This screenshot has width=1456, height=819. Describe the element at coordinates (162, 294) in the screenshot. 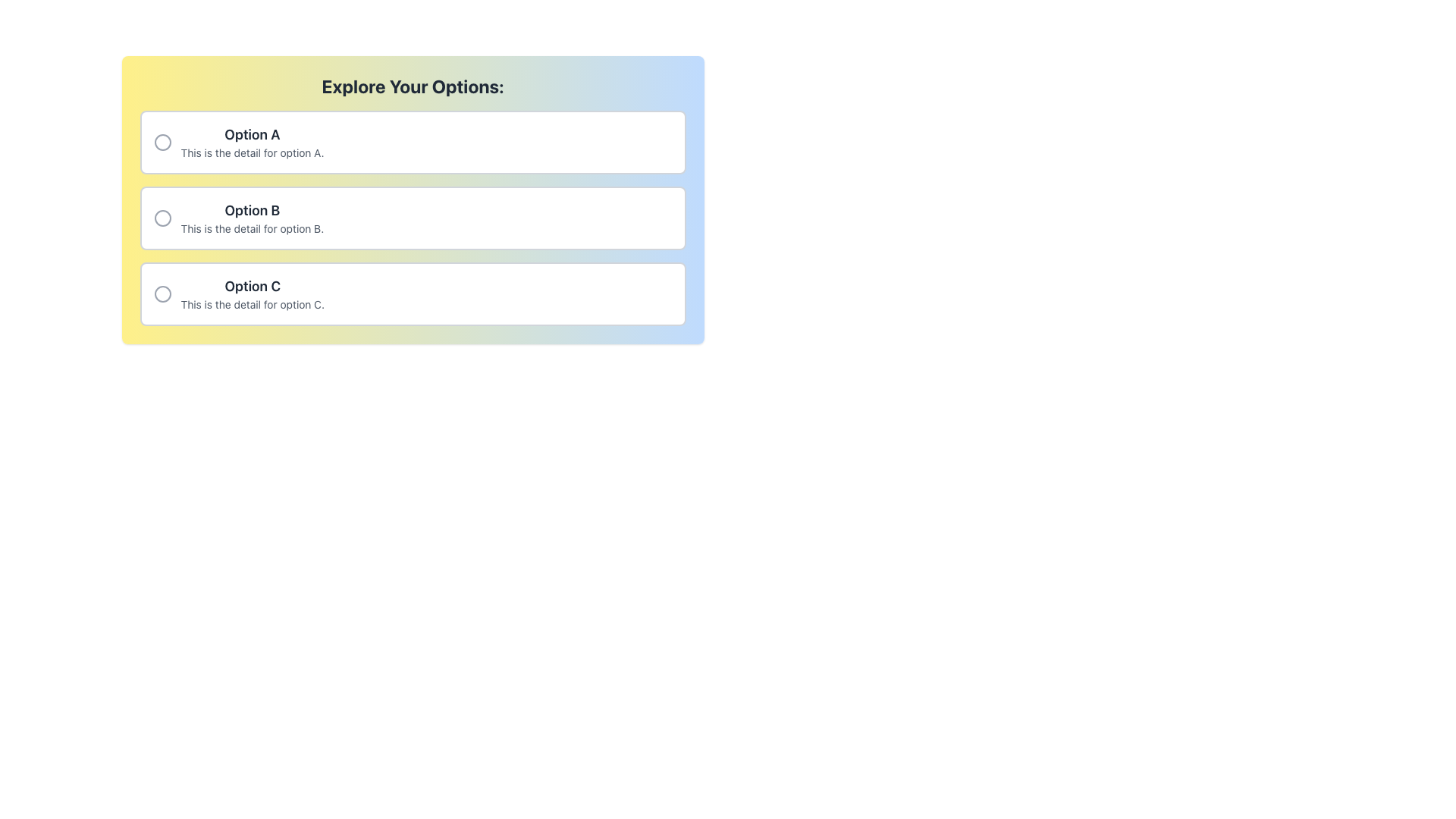

I see `the radio button indicator rendered as an SVG circle located next to the text 'Option C'` at that location.